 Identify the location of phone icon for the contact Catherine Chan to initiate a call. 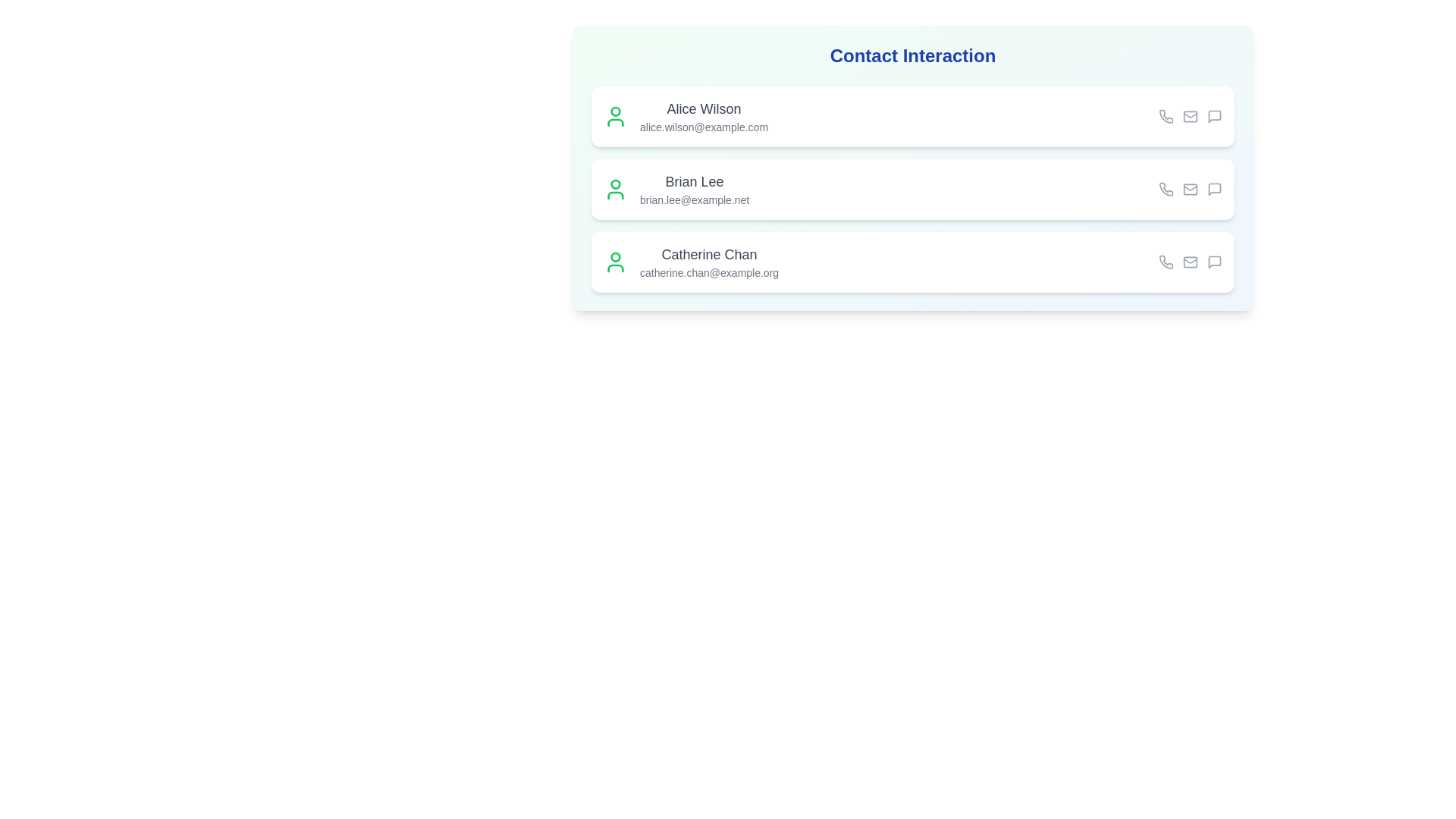
(1165, 262).